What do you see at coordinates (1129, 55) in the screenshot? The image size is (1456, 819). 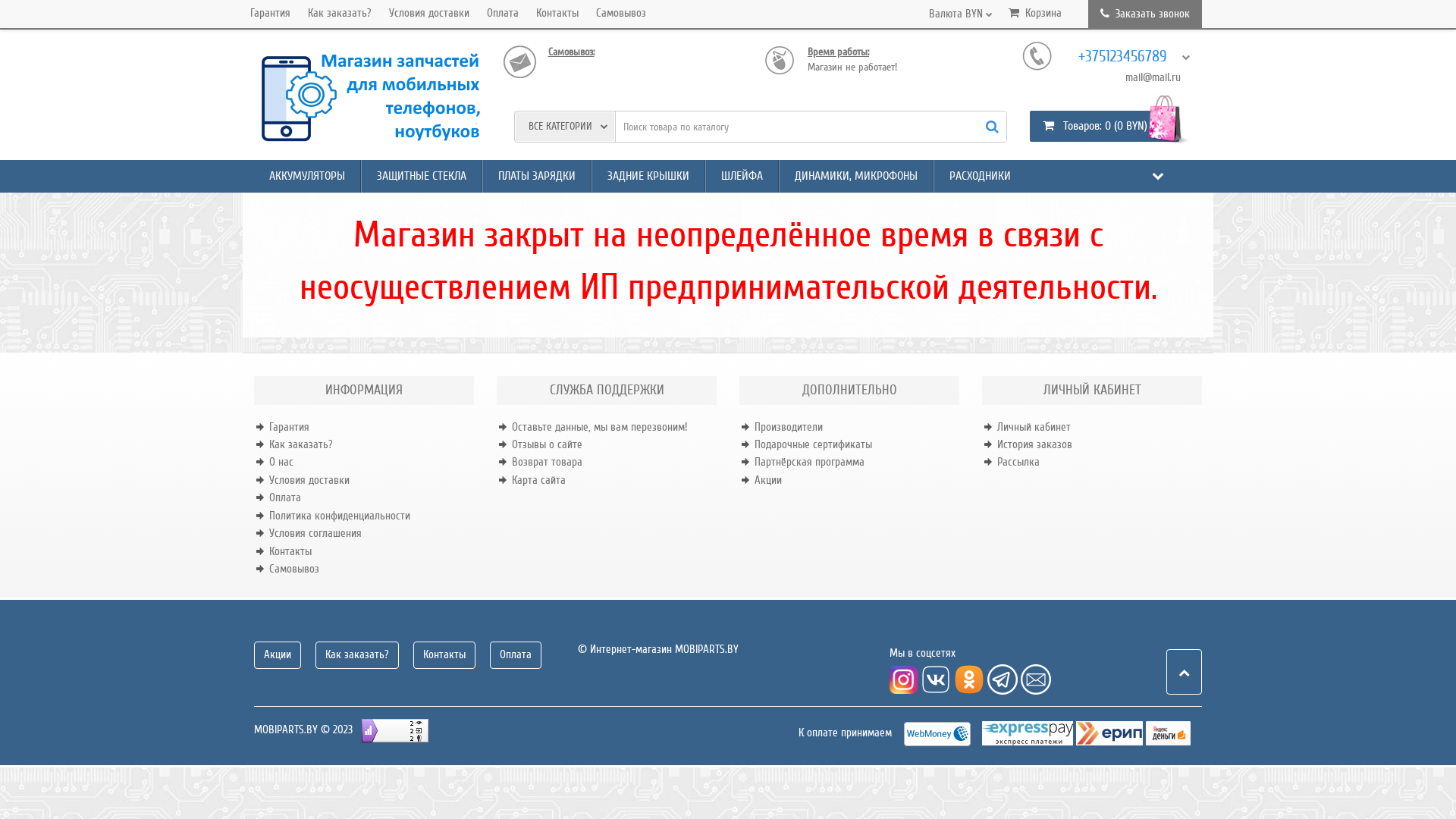 I see `'+375123456789'` at bounding box center [1129, 55].